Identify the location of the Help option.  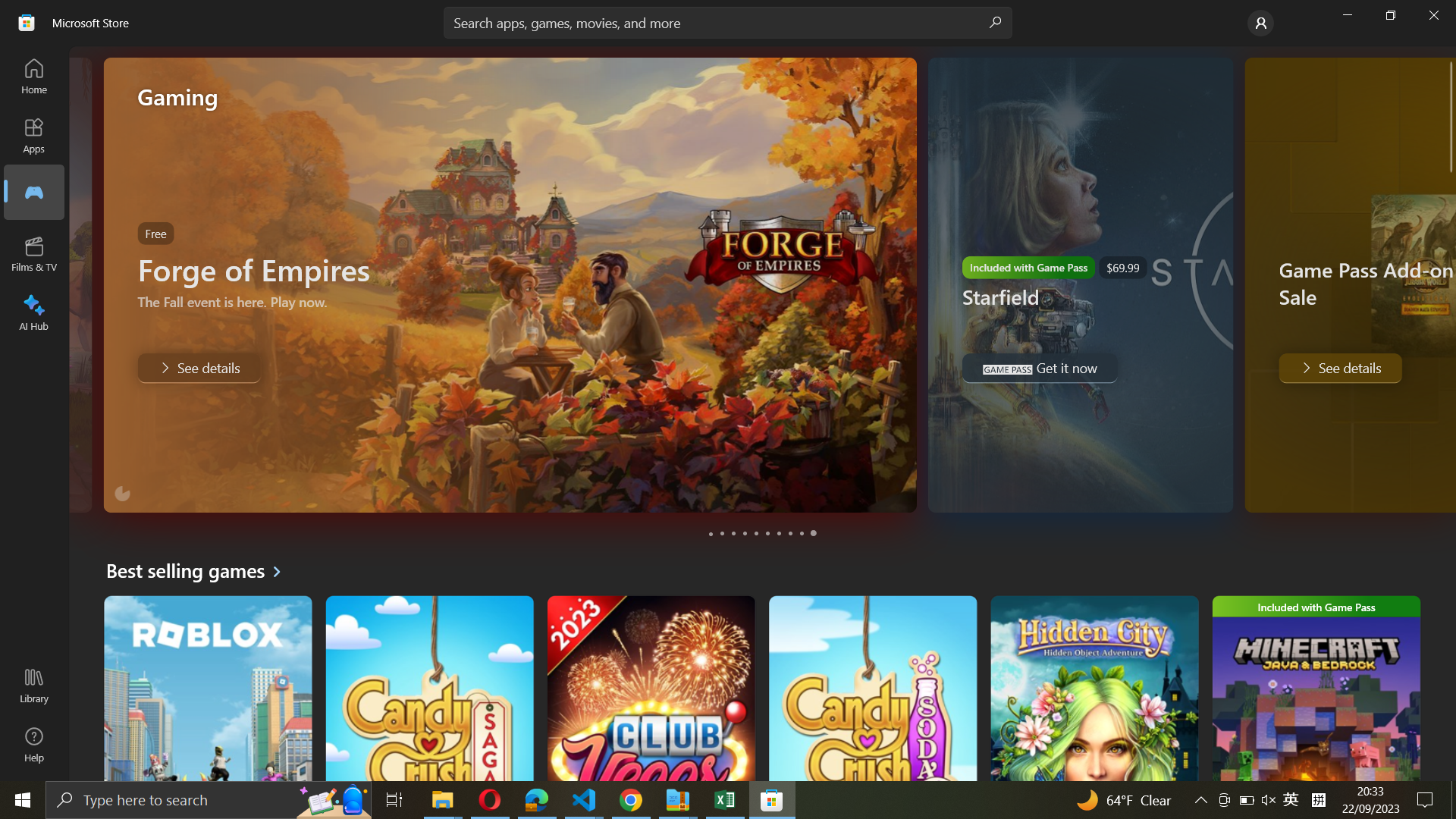
(33, 745).